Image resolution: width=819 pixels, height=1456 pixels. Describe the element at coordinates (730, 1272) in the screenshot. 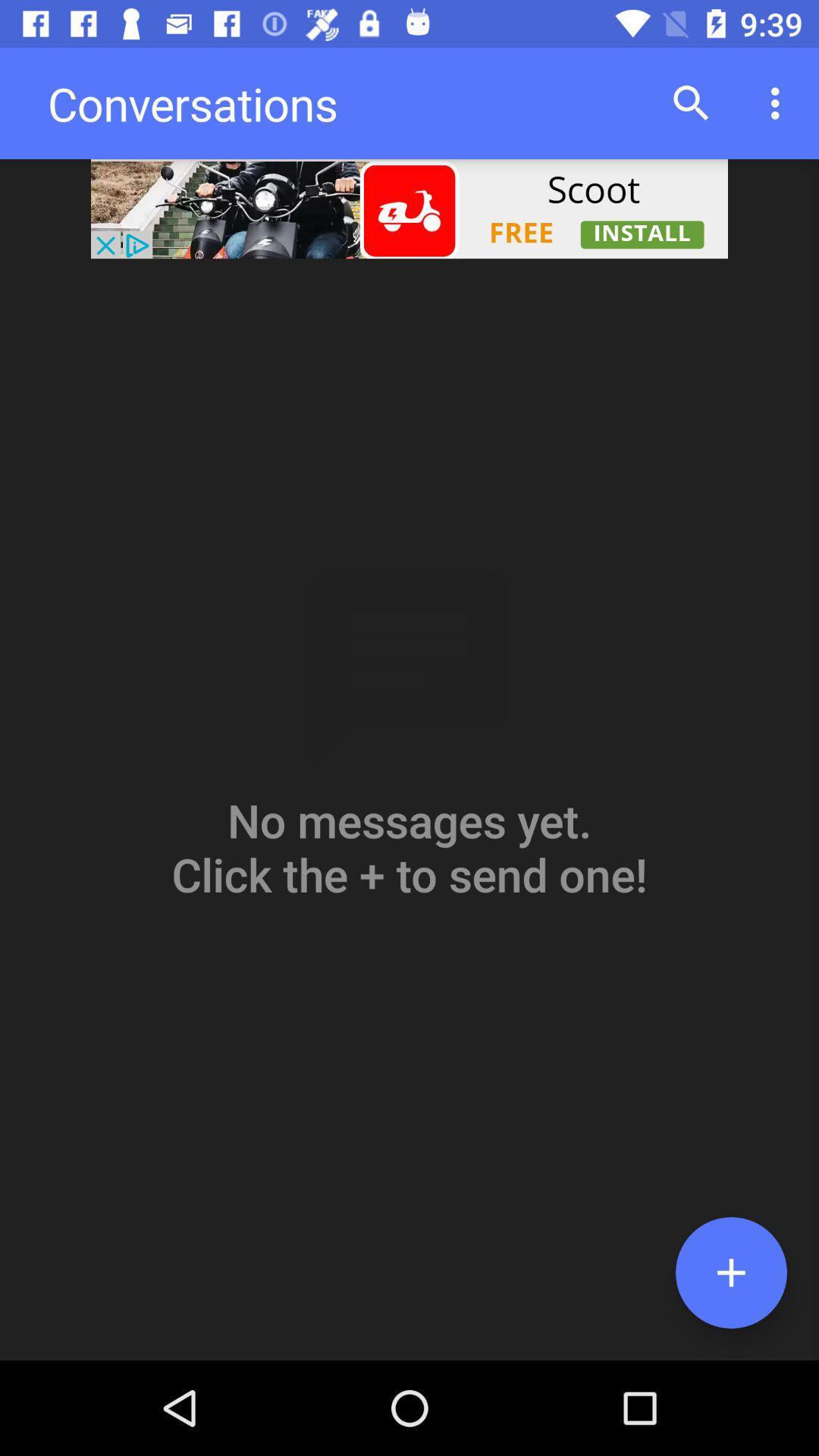

I see `the add icon` at that location.